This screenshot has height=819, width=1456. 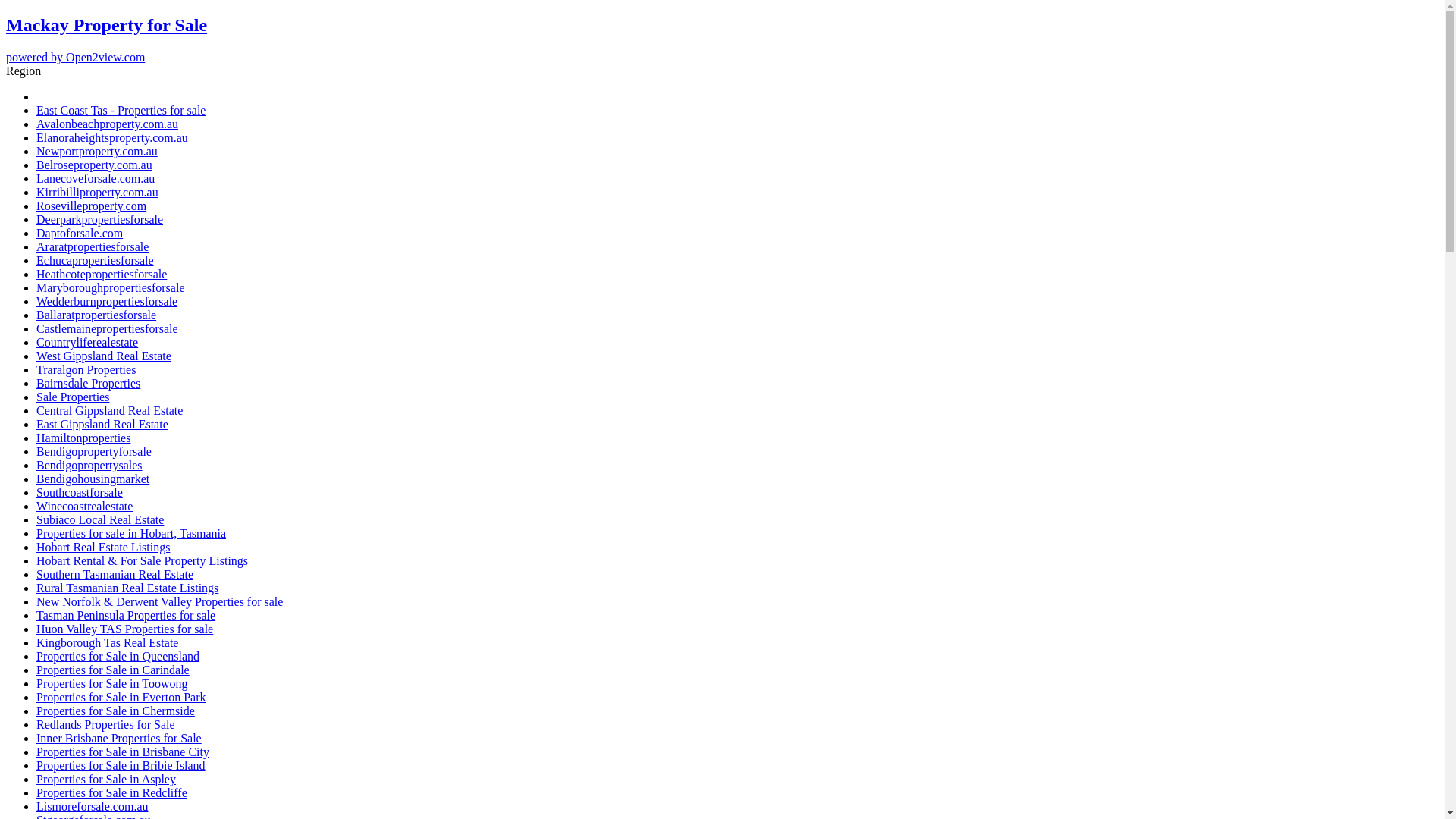 What do you see at coordinates (36, 450) in the screenshot?
I see `'Bendigopropertyforsale'` at bounding box center [36, 450].